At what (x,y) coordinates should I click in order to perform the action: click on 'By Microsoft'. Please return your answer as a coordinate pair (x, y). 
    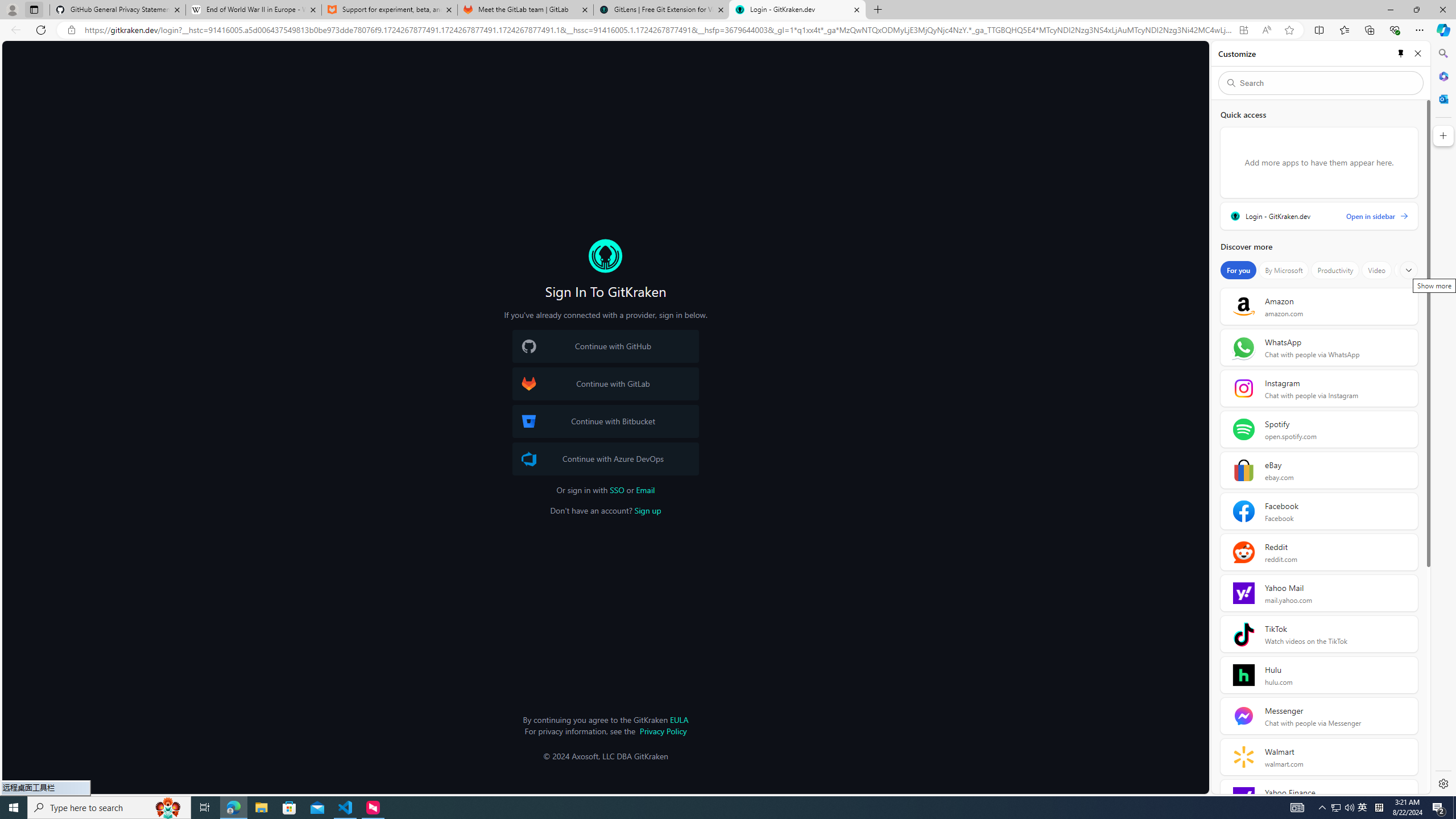
    Looking at the image, I should click on (1283, 270).